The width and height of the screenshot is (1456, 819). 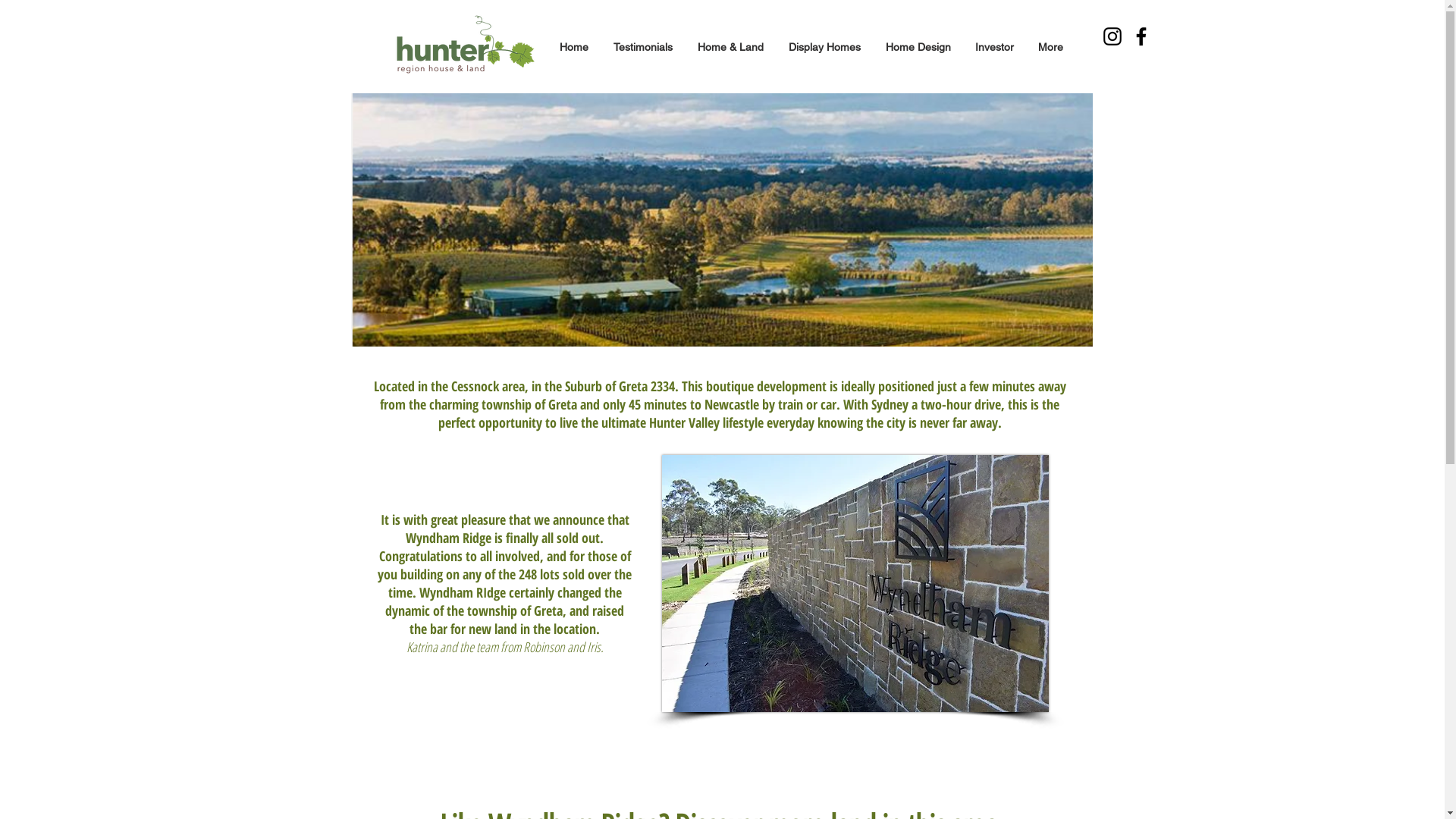 I want to click on 'Investor', so click(x=994, y=45).